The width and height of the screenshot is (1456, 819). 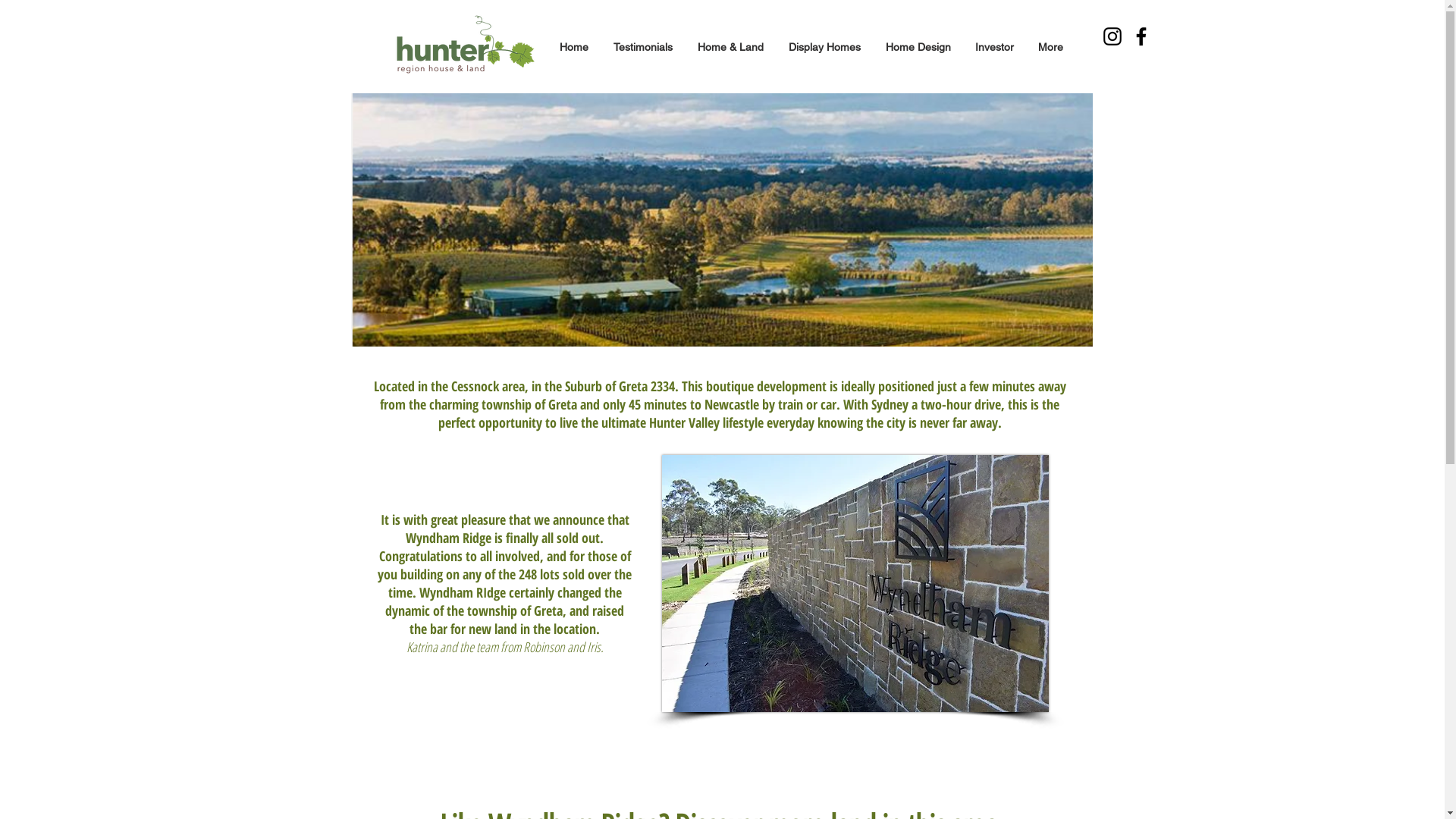 I want to click on 'Investor', so click(x=994, y=45).